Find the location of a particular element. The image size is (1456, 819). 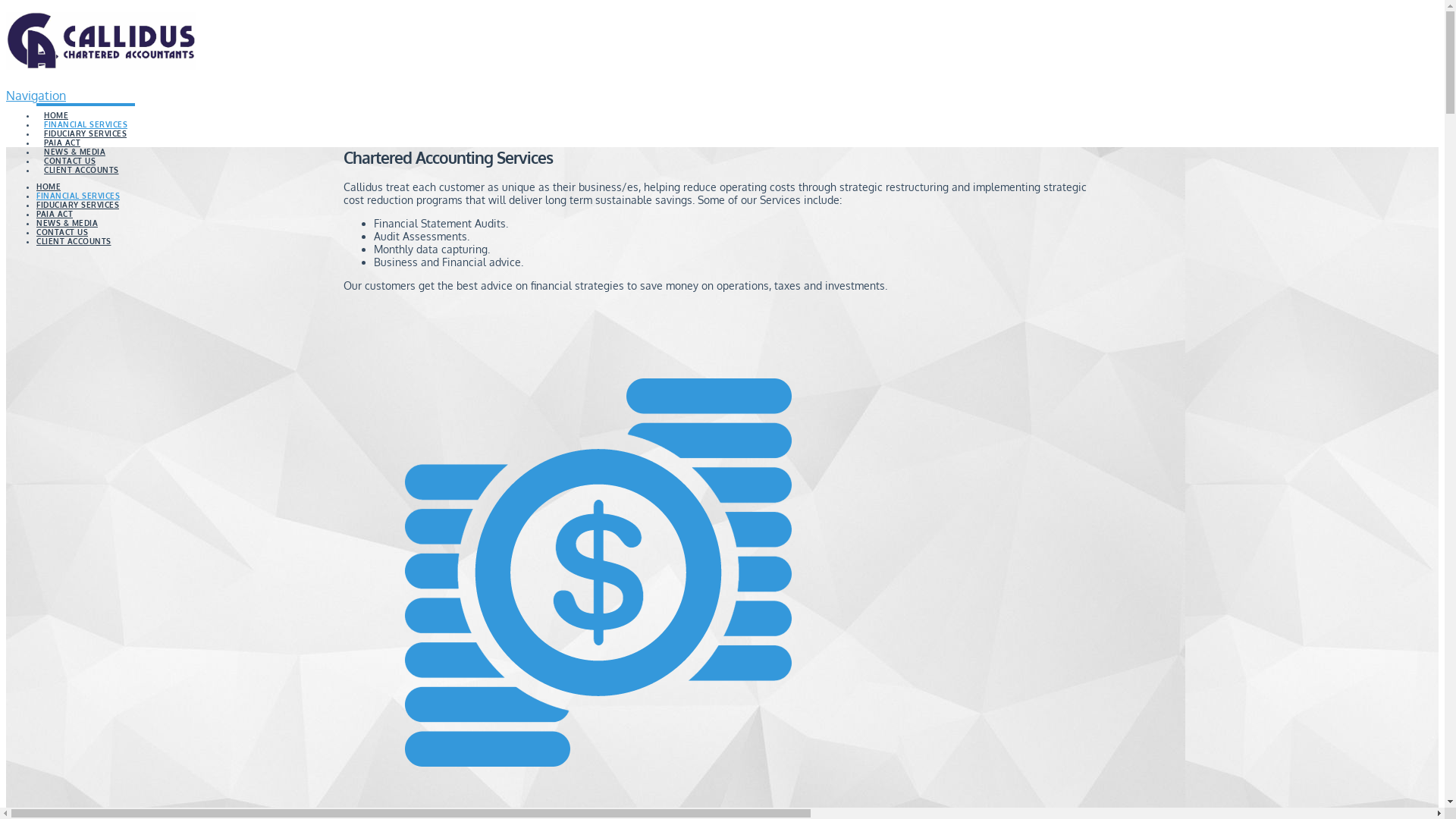

'FIDUCIARY SERVICES' is located at coordinates (84, 124).